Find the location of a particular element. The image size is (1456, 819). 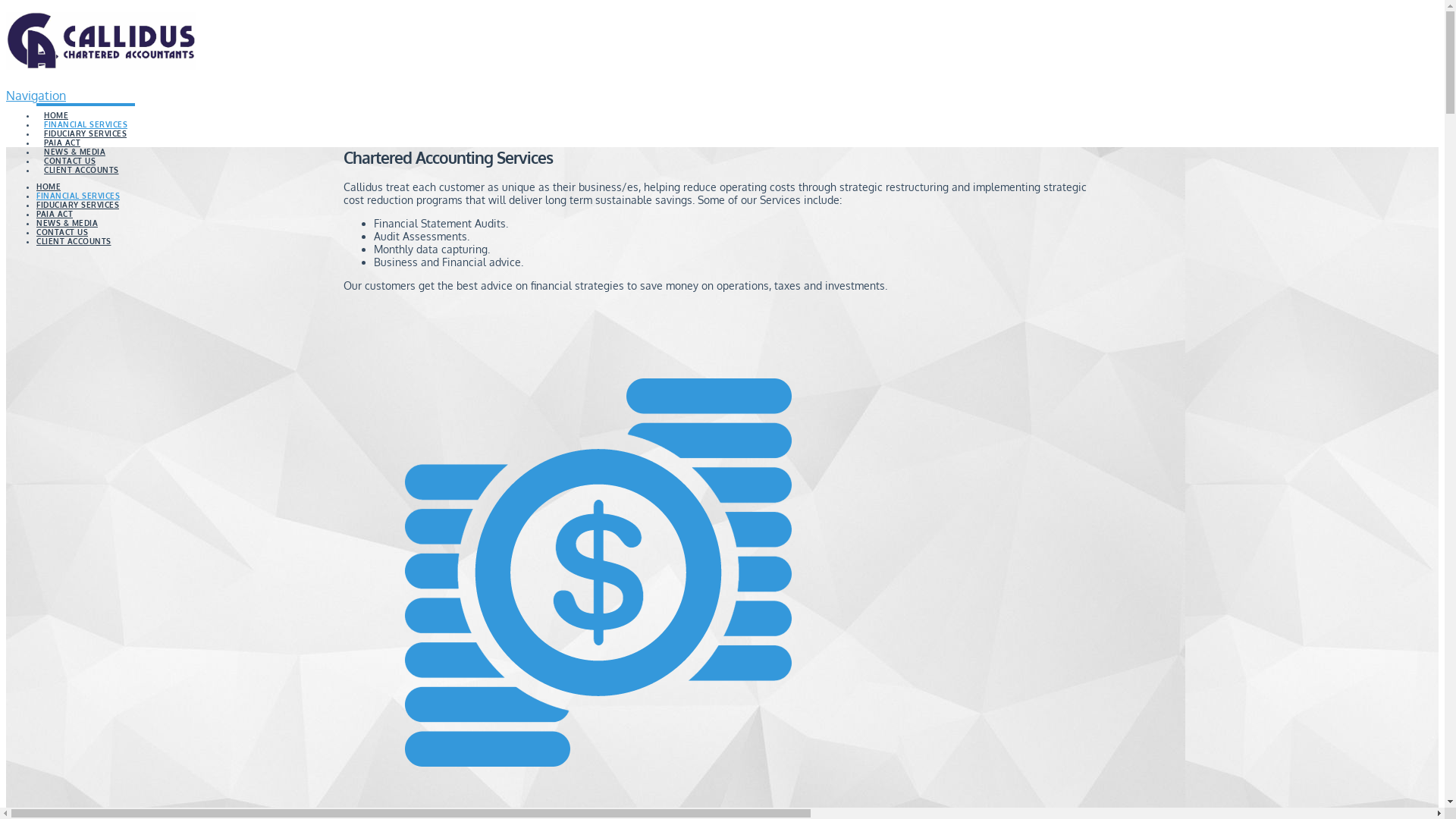

'FIDUCIARY SERVICES' is located at coordinates (84, 124).